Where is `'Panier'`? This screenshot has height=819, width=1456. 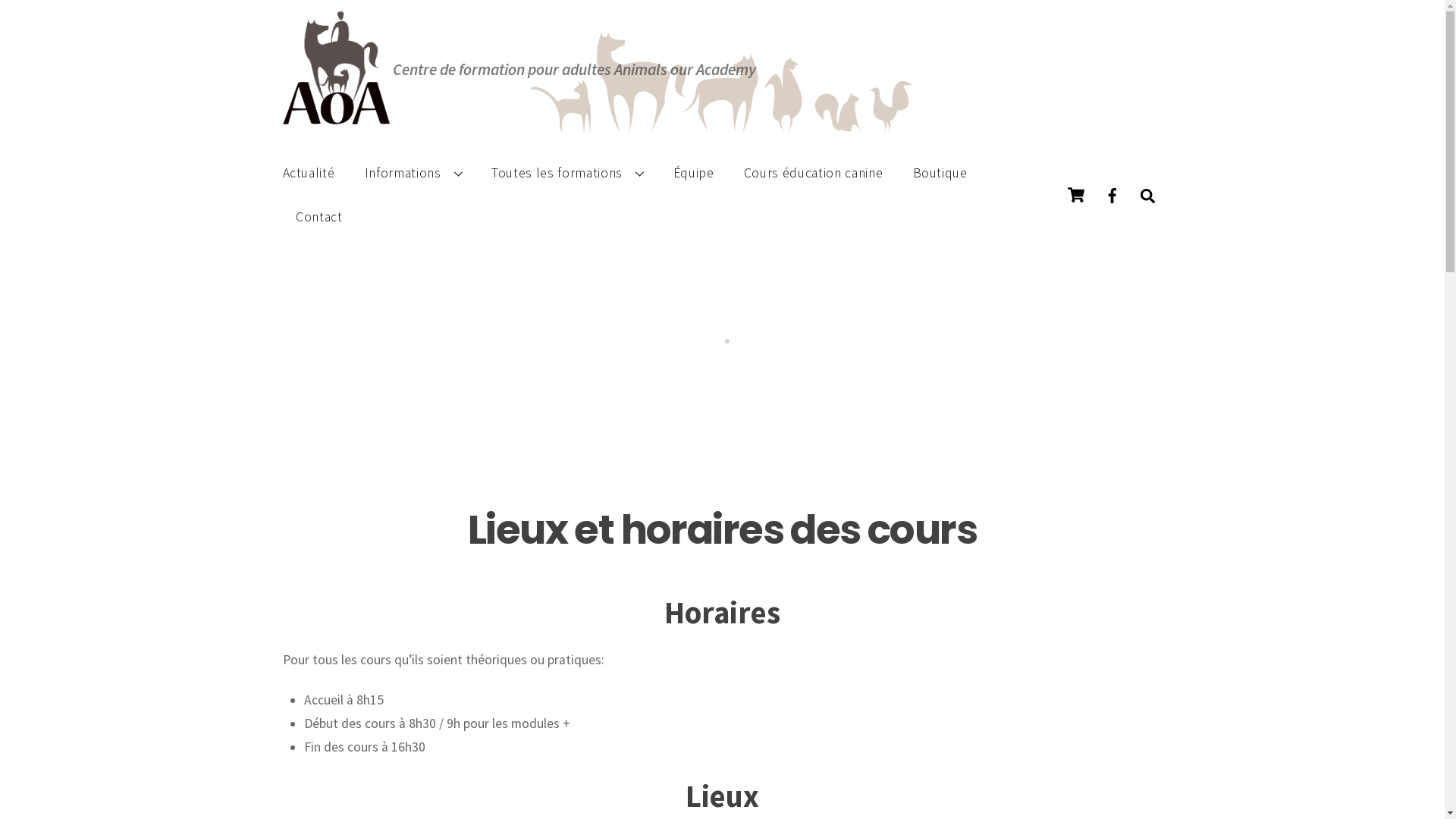 'Panier' is located at coordinates (1074, 194).